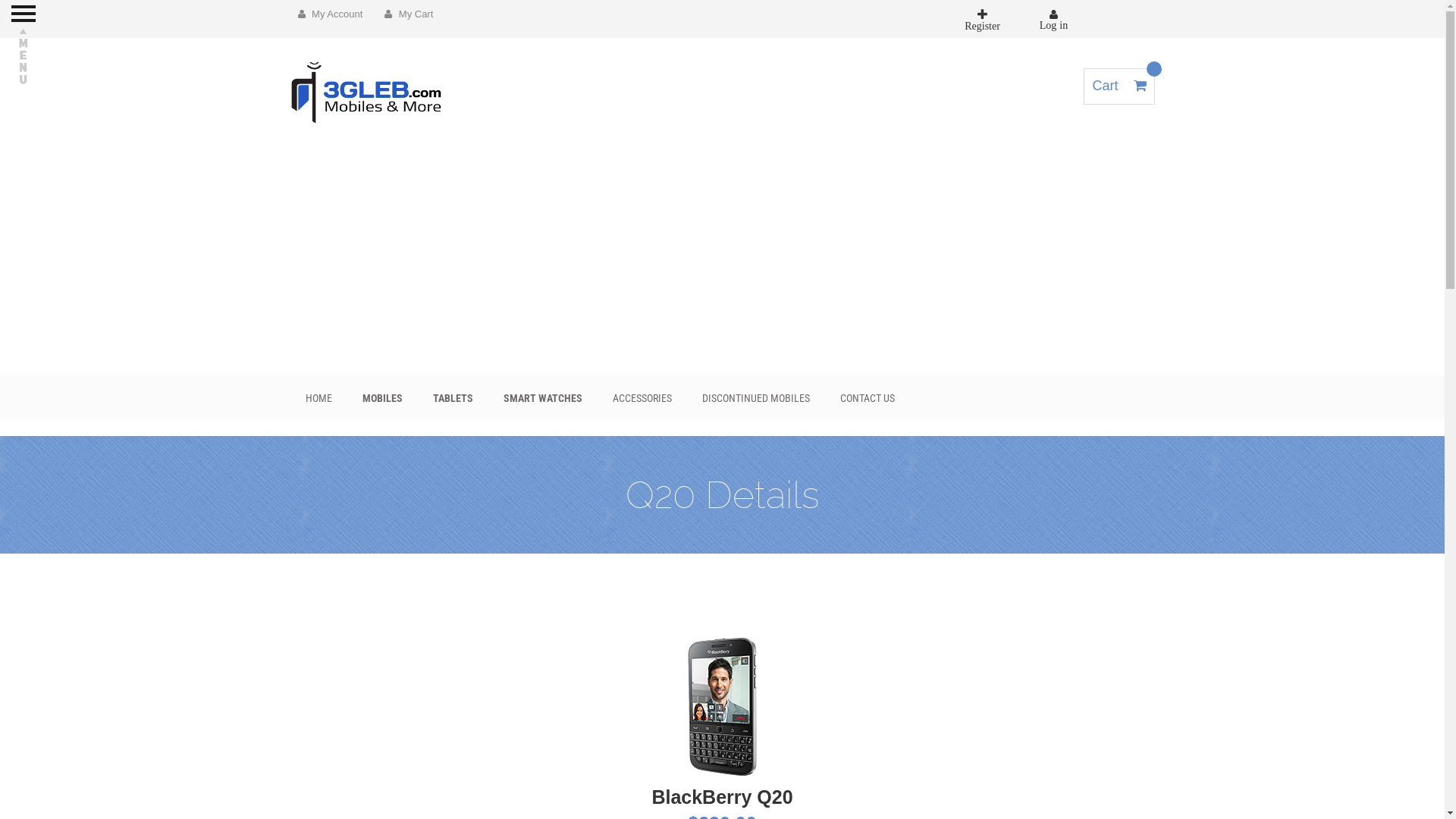  What do you see at coordinates (756, 397) in the screenshot?
I see `'DISCONTINUED MOBILES'` at bounding box center [756, 397].